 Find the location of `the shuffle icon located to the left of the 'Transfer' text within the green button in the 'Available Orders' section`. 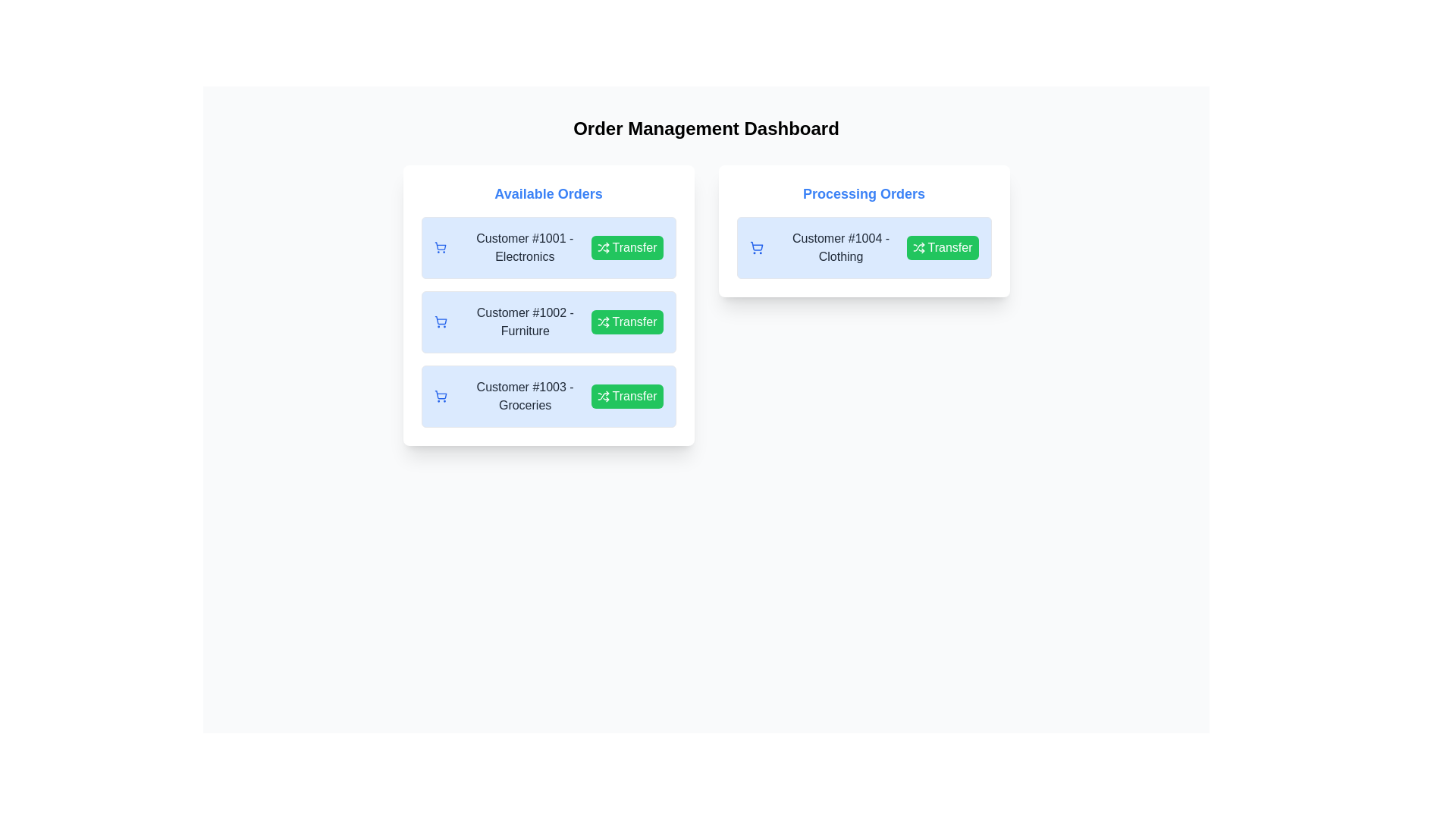

the shuffle icon located to the left of the 'Transfer' text within the green button in the 'Available Orders' section is located at coordinates (602, 247).